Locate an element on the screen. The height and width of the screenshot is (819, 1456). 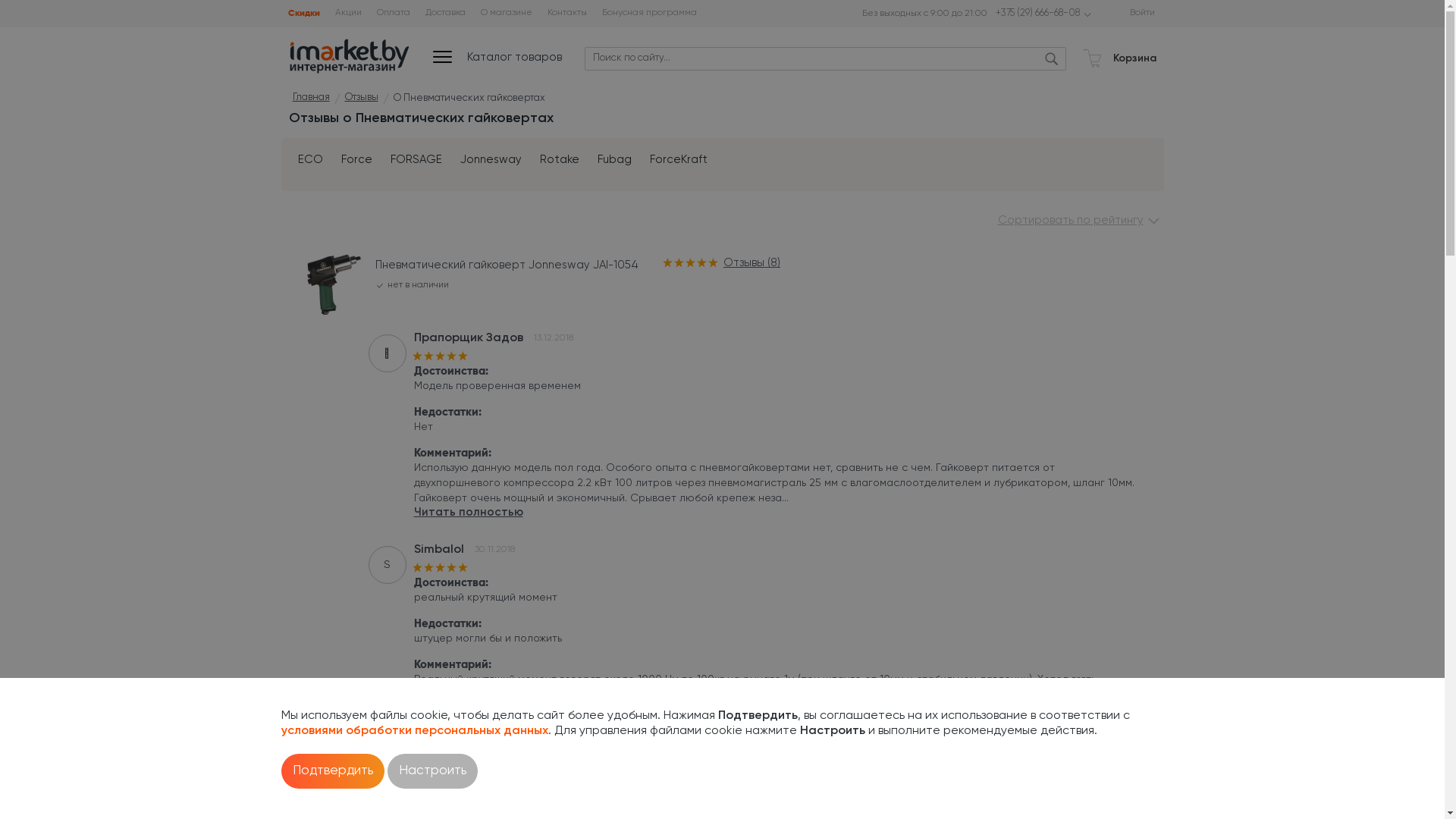
'Fubag' is located at coordinates (588, 160).